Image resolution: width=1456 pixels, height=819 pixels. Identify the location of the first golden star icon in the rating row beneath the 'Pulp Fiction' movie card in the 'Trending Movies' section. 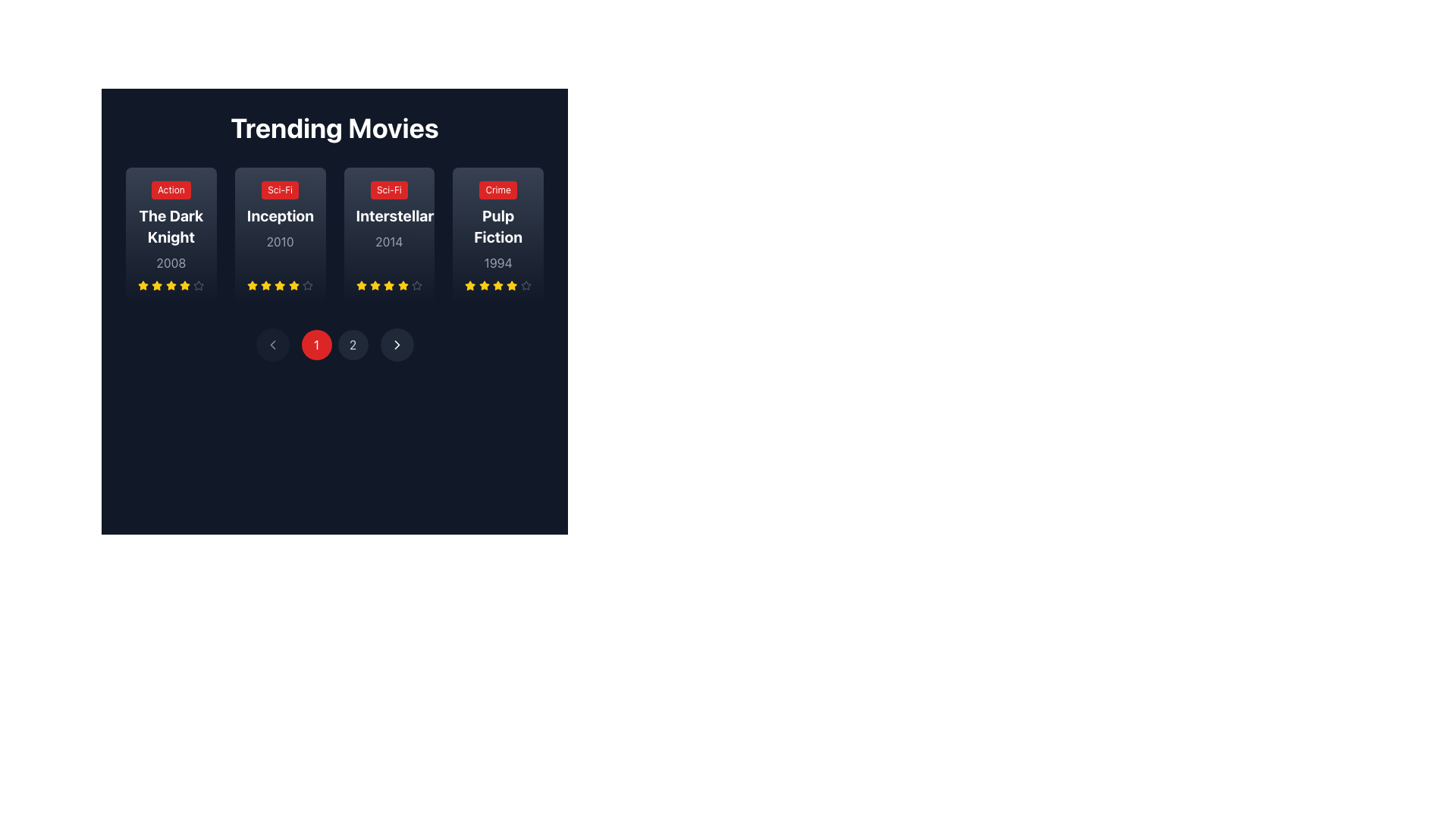
(469, 285).